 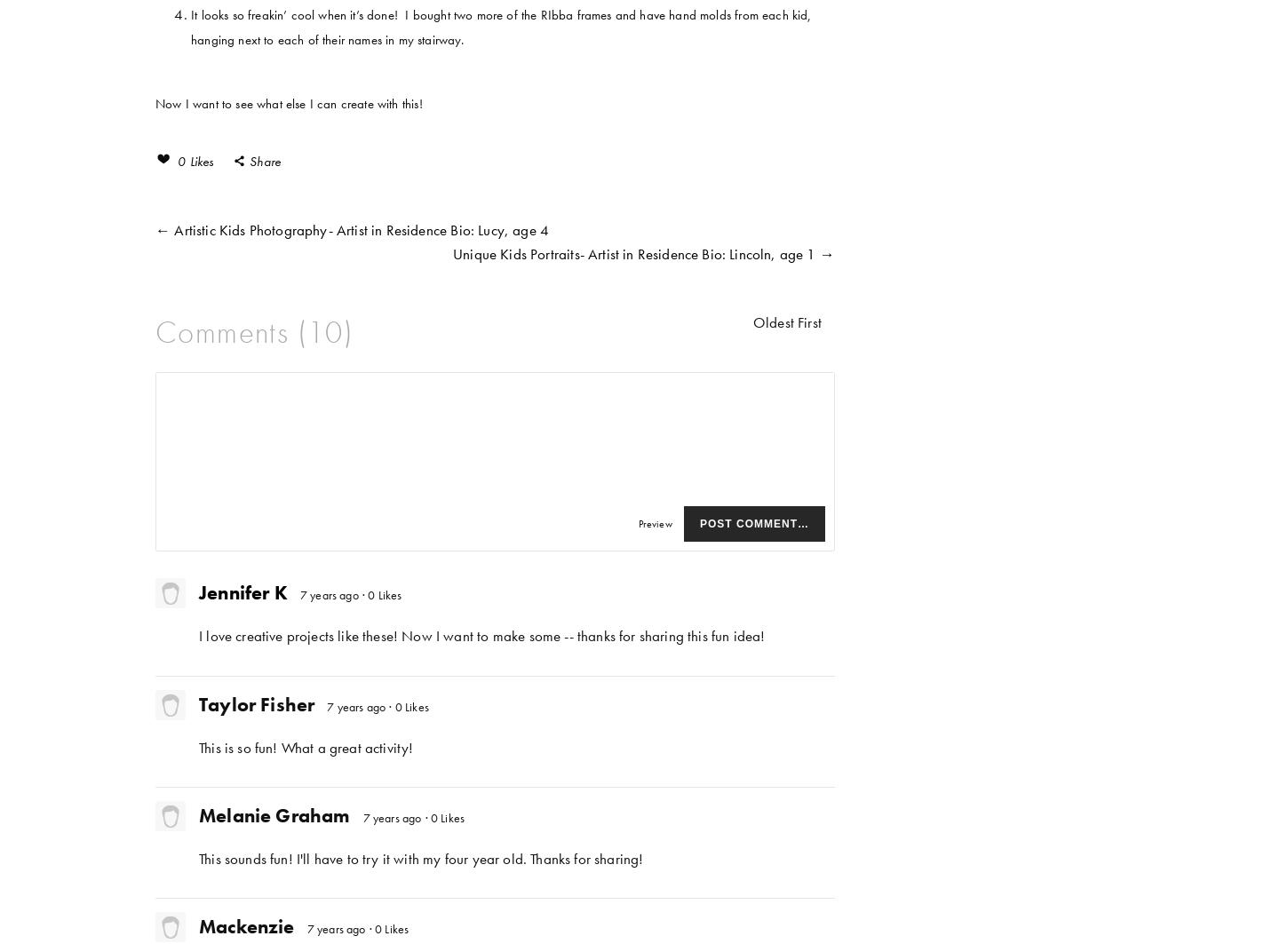 I want to click on '0 Likes', so click(x=176, y=161).